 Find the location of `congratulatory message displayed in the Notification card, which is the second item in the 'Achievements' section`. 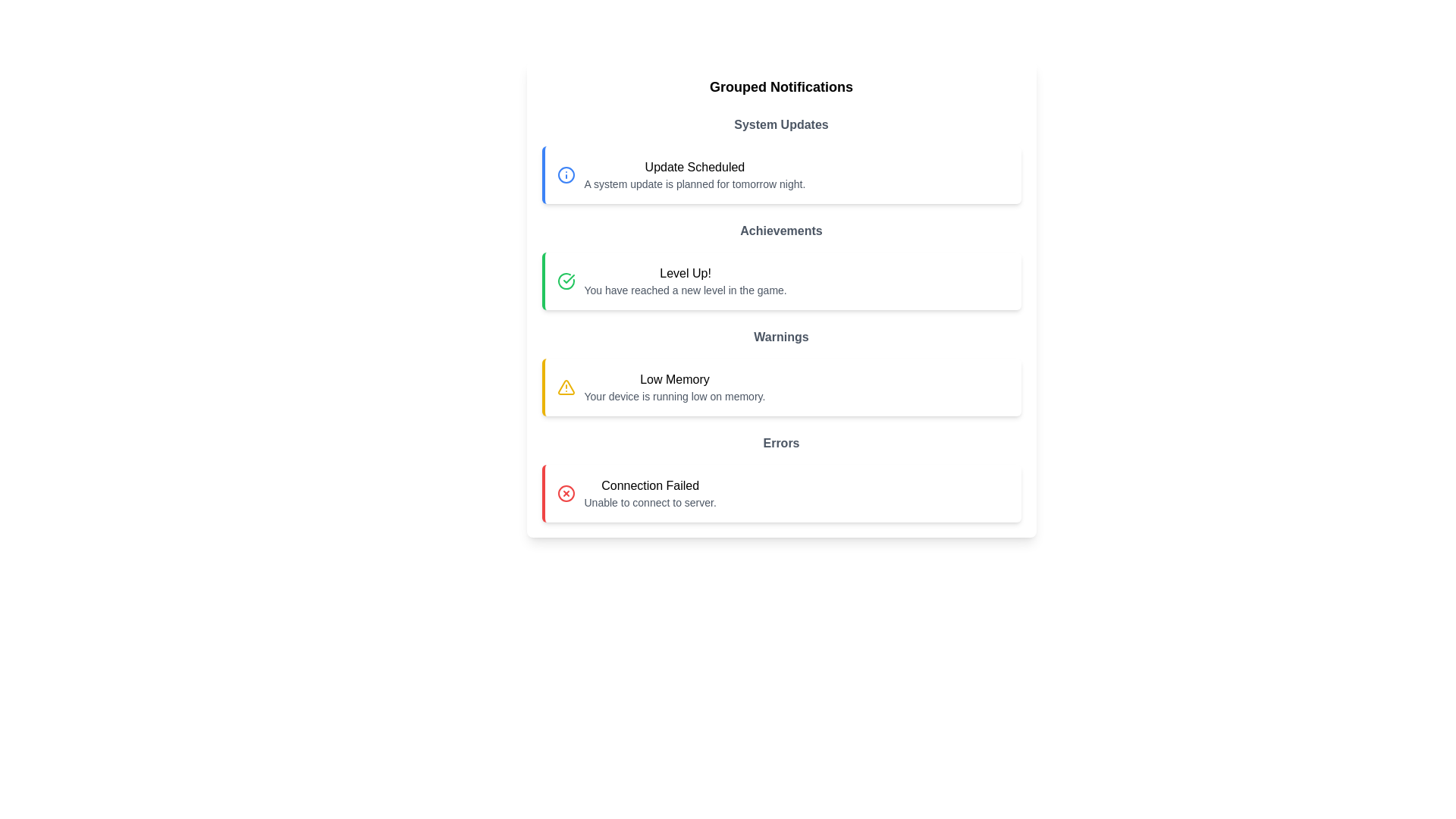

congratulatory message displayed in the Notification card, which is the second item in the 'Achievements' section is located at coordinates (781, 281).